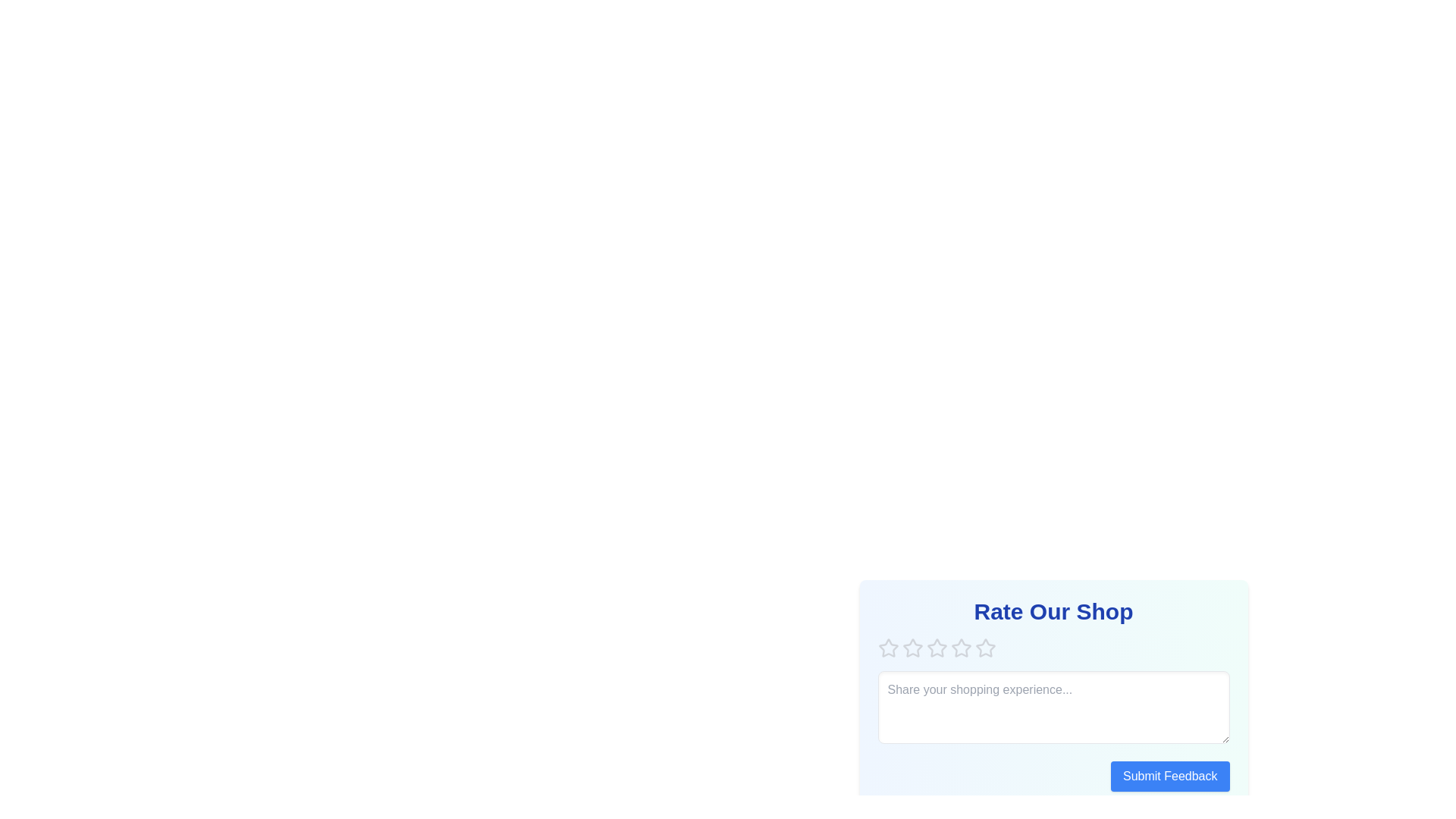 The image size is (1456, 819). I want to click on the 'Submit Feedback' button to submit the feedback form, so click(1169, 776).